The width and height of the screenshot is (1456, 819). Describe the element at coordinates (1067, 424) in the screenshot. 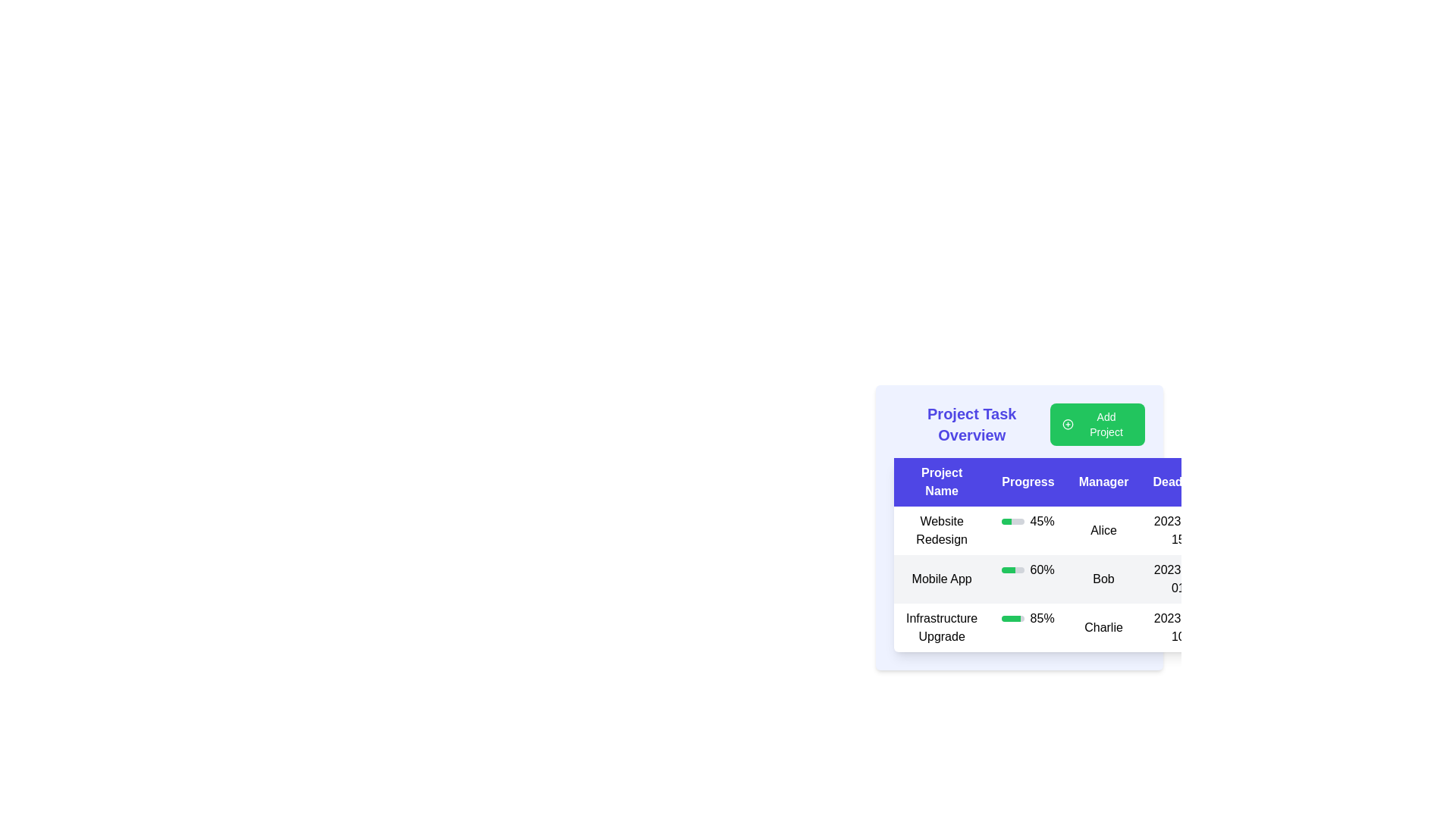

I see `the SVG icon next to the 'Add Project' button` at that location.